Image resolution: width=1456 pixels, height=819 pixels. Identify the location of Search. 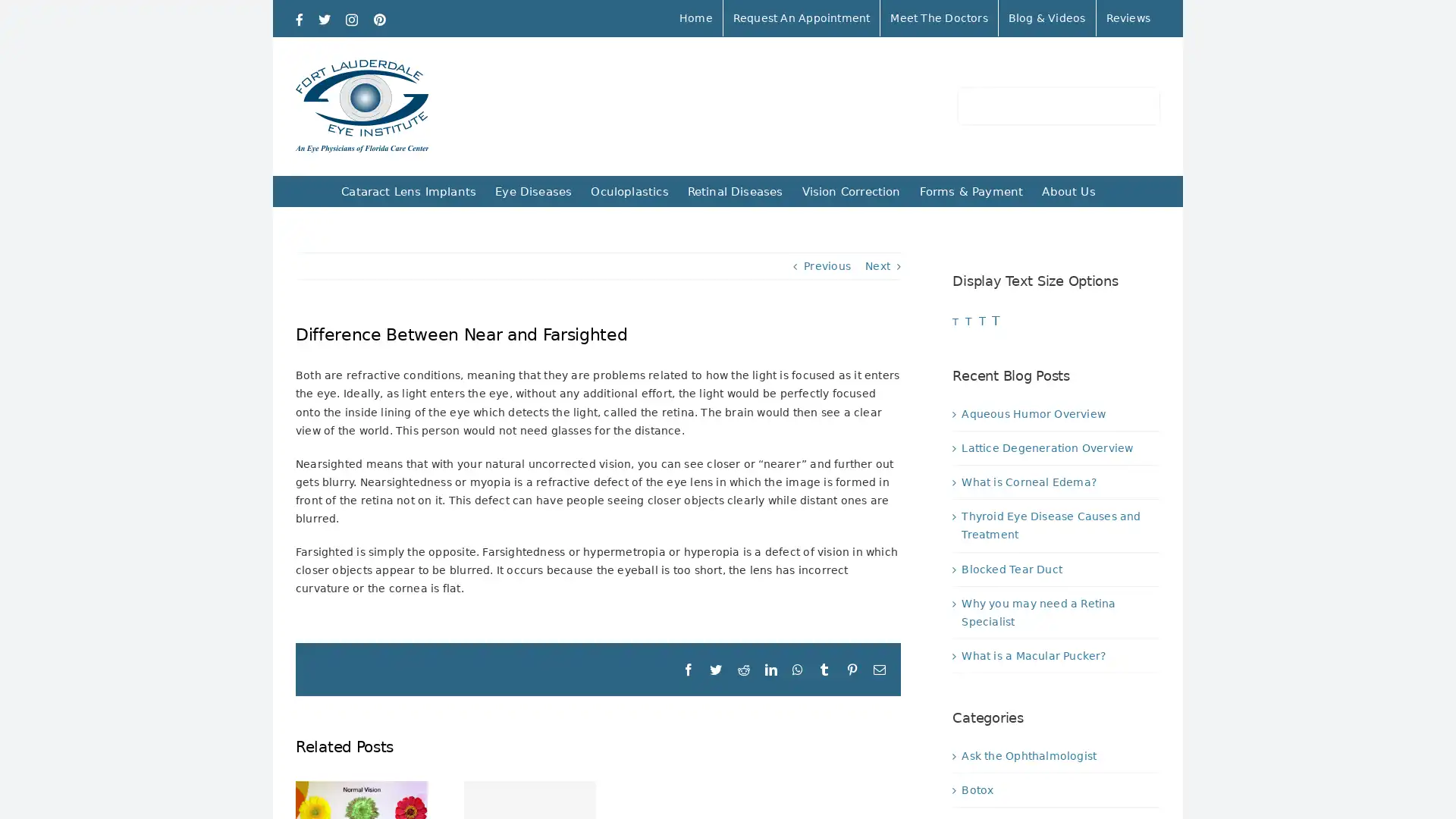
(976, 105).